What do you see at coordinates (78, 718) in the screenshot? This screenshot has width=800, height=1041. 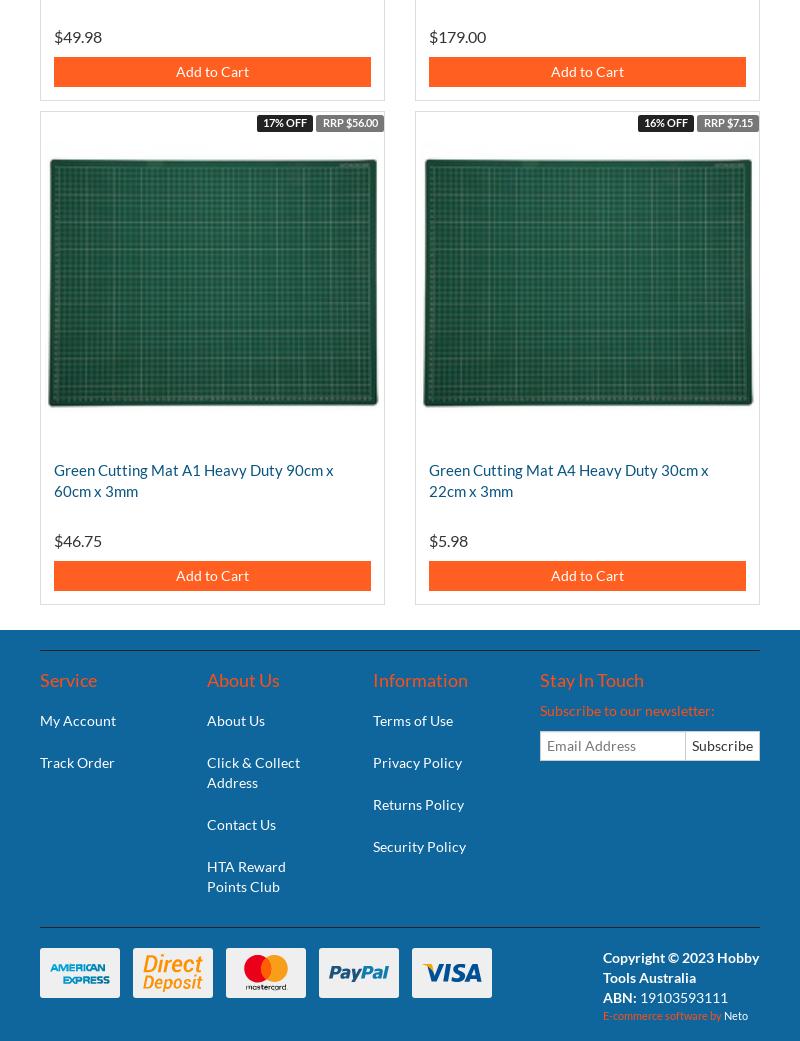 I see `'My Account'` at bounding box center [78, 718].